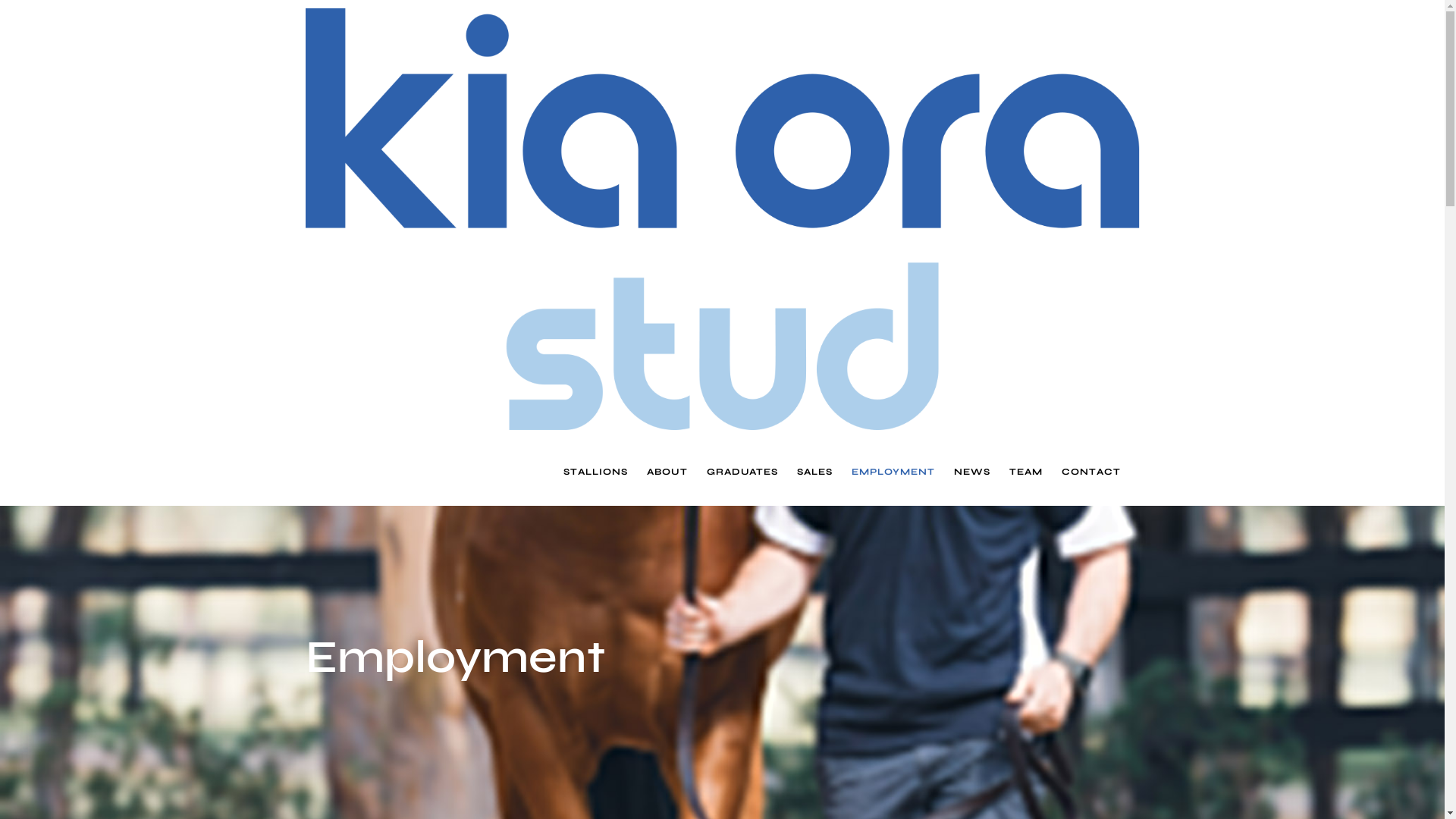 The width and height of the screenshot is (1456, 819). What do you see at coordinates (1090, 470) in the screenshot?
I see `'CONTACT'` at bounding box center [1090, 470].